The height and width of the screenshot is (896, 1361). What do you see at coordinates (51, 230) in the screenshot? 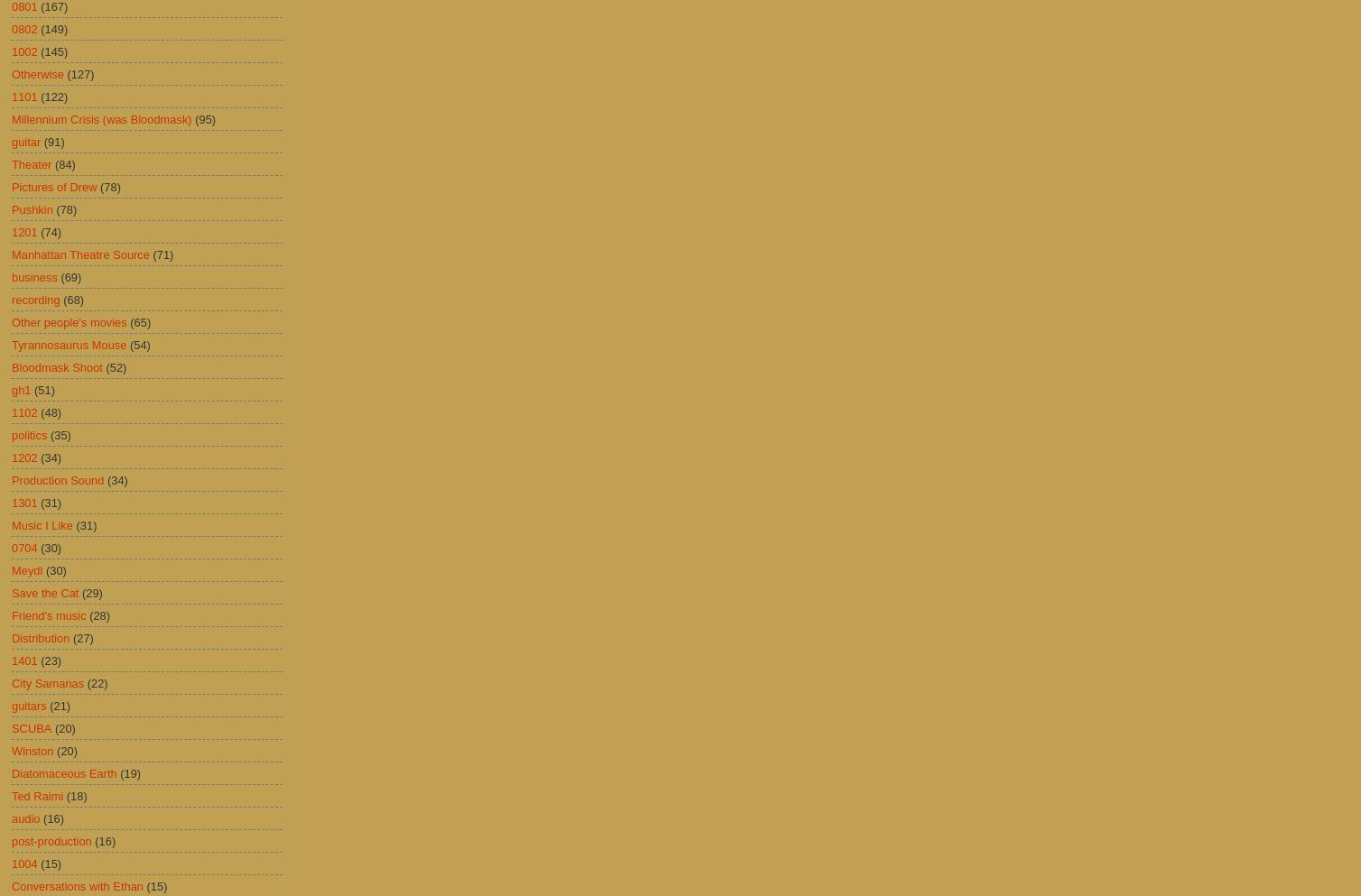
I see `'(74)'` at bounding box center [51, 230].